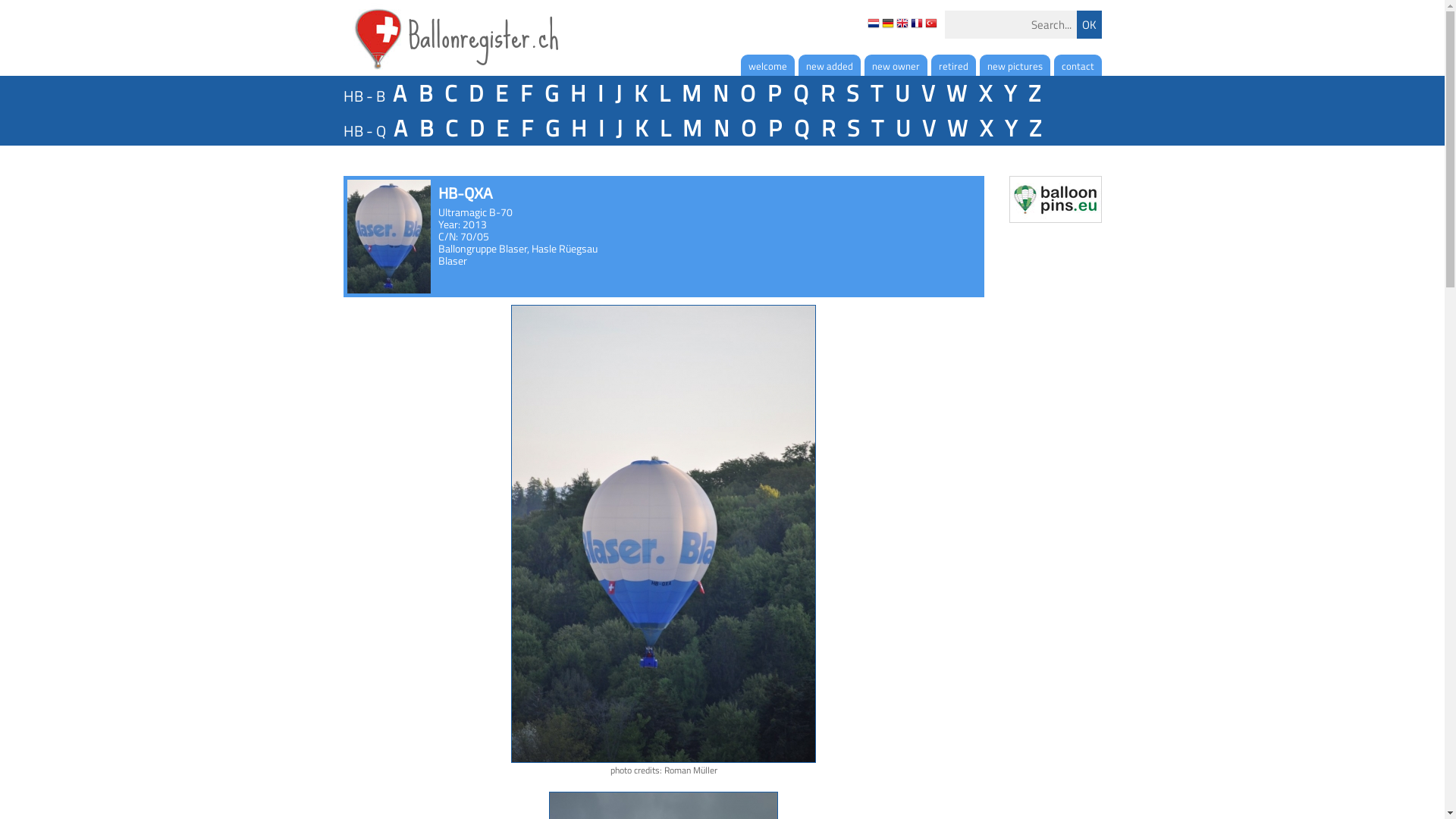 This screenshot has width=1456, height=819. Describe the element at coordinates (577, 93) in the screenshot. I see `'H'` at that location.